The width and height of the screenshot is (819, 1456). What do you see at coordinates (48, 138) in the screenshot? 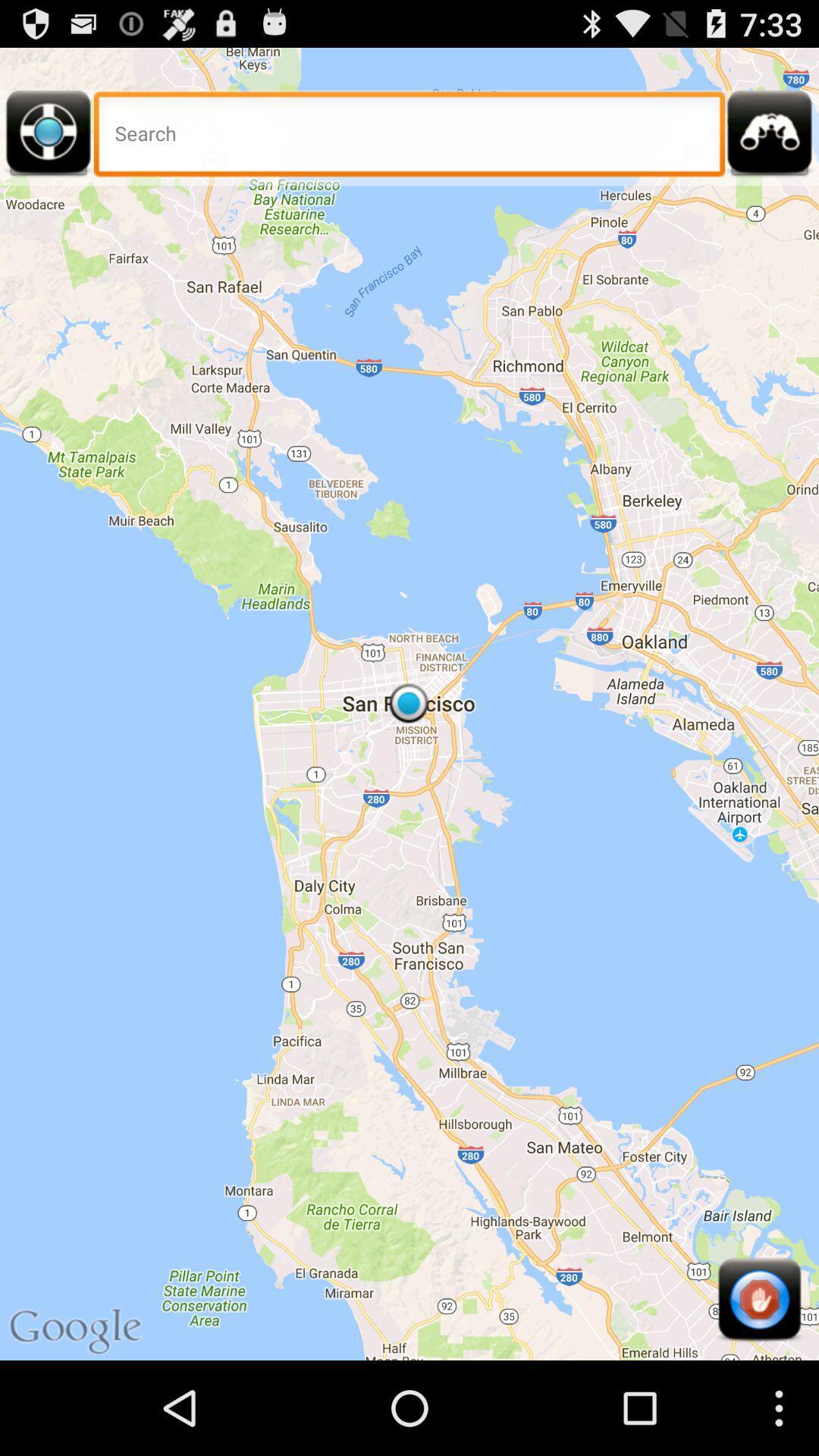
I see `the icon at the top left corner` at bounding box center [48, 138].